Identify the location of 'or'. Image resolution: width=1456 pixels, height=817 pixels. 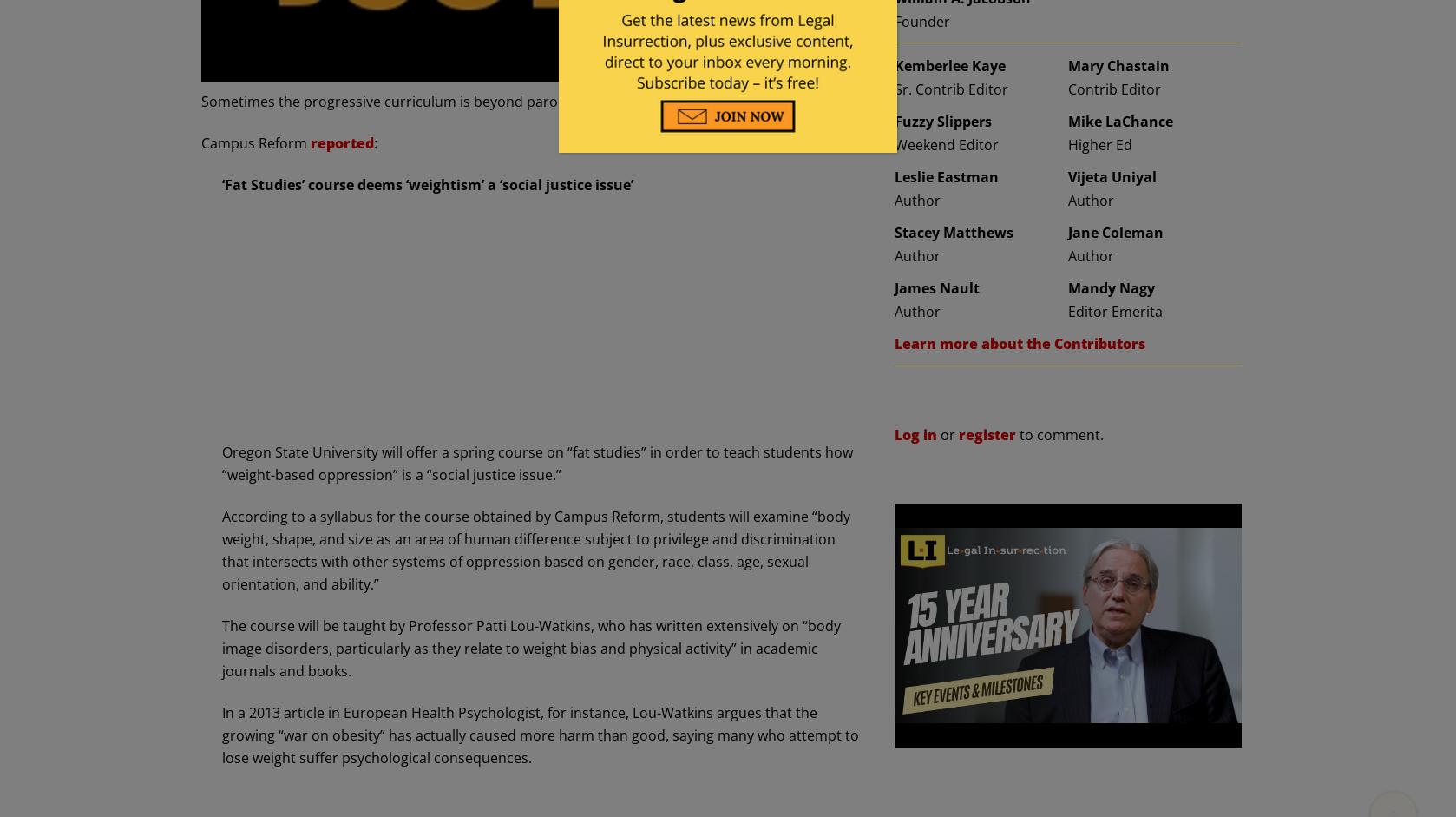
(948, 433).